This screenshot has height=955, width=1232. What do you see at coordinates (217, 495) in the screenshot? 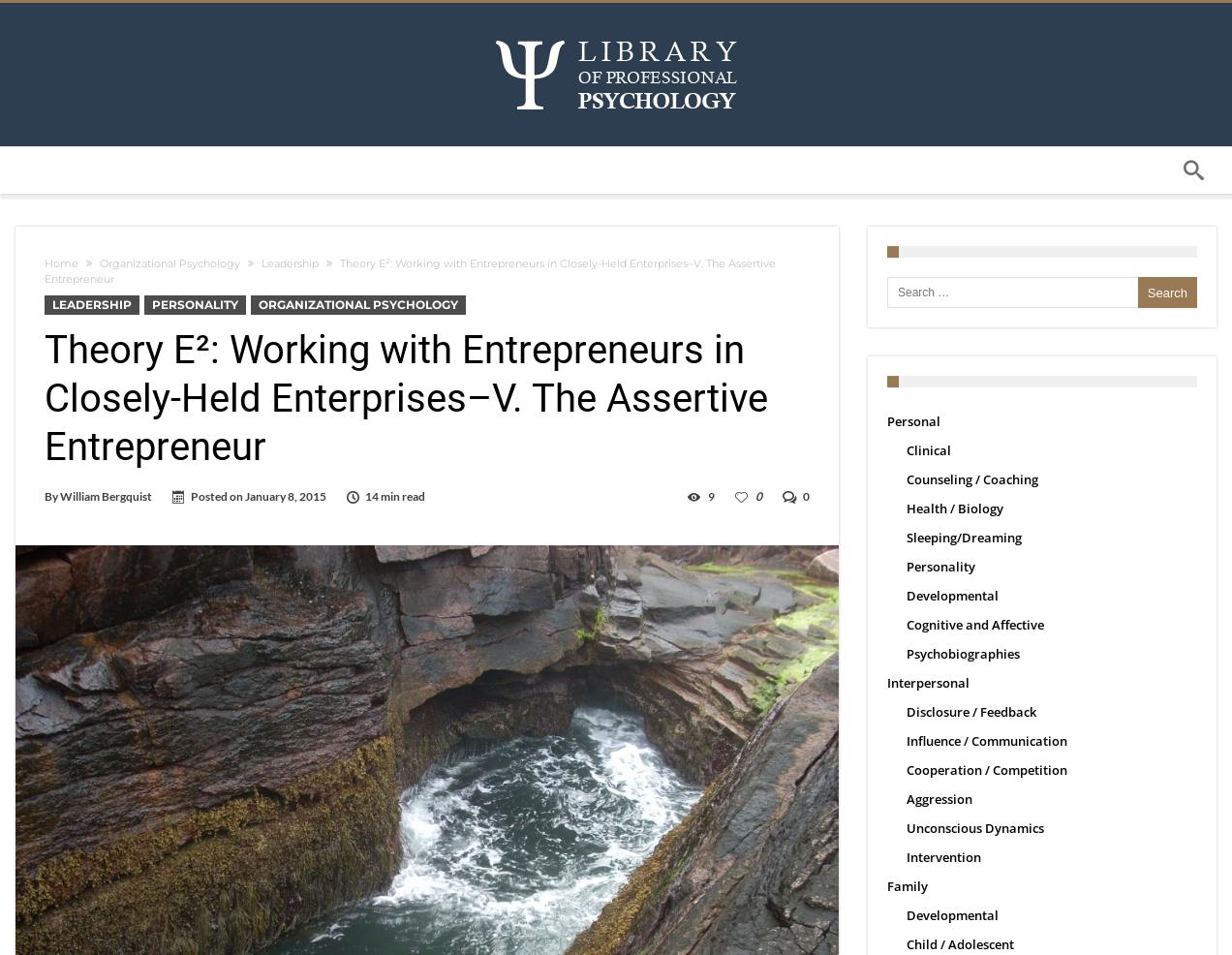
I see `'Posted on'` at bounding box center [217, 495].